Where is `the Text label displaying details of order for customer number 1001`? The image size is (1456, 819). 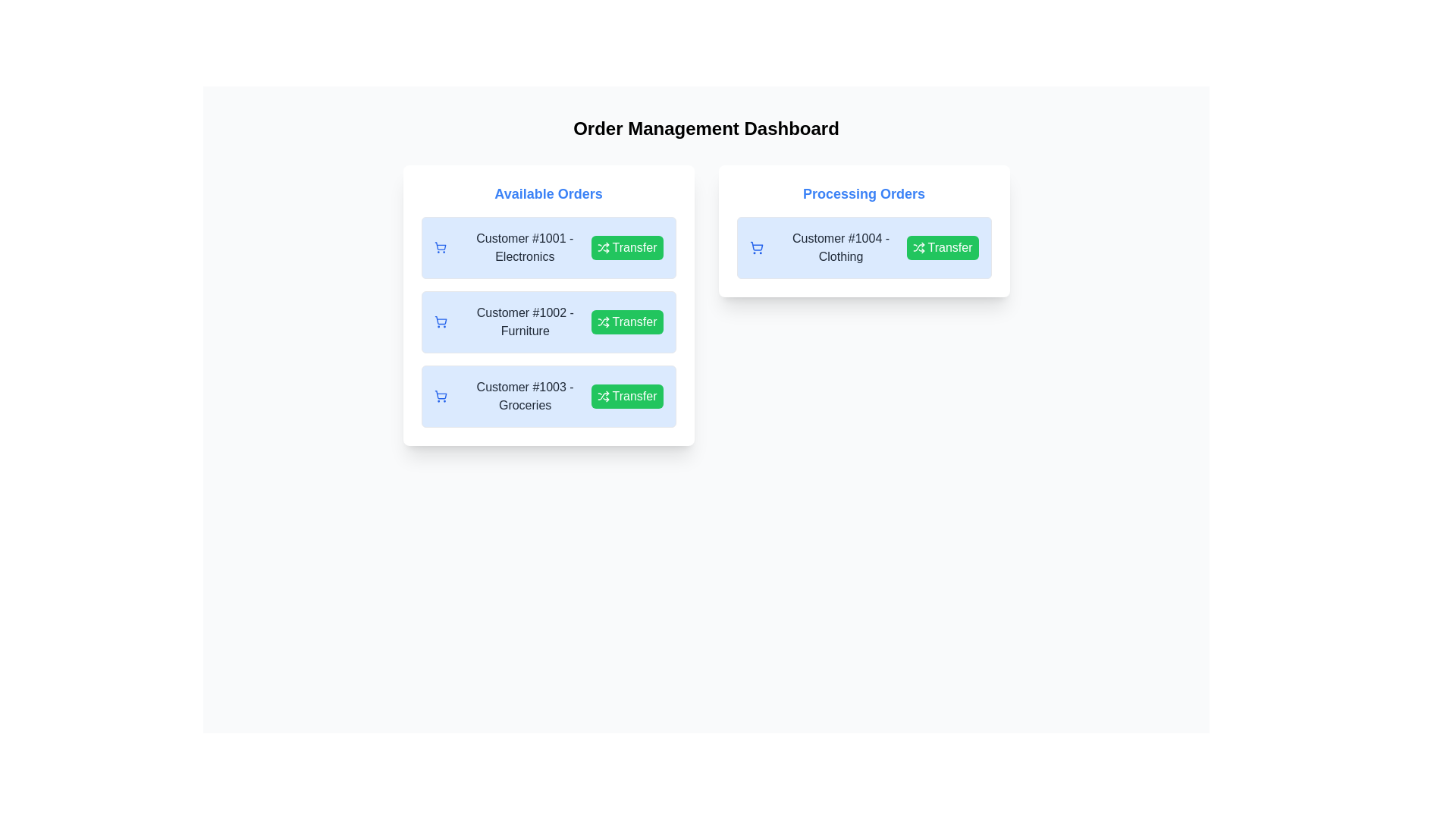 the Text label displaying details of order for customer number 1001 is located at coordinates (513, 247).